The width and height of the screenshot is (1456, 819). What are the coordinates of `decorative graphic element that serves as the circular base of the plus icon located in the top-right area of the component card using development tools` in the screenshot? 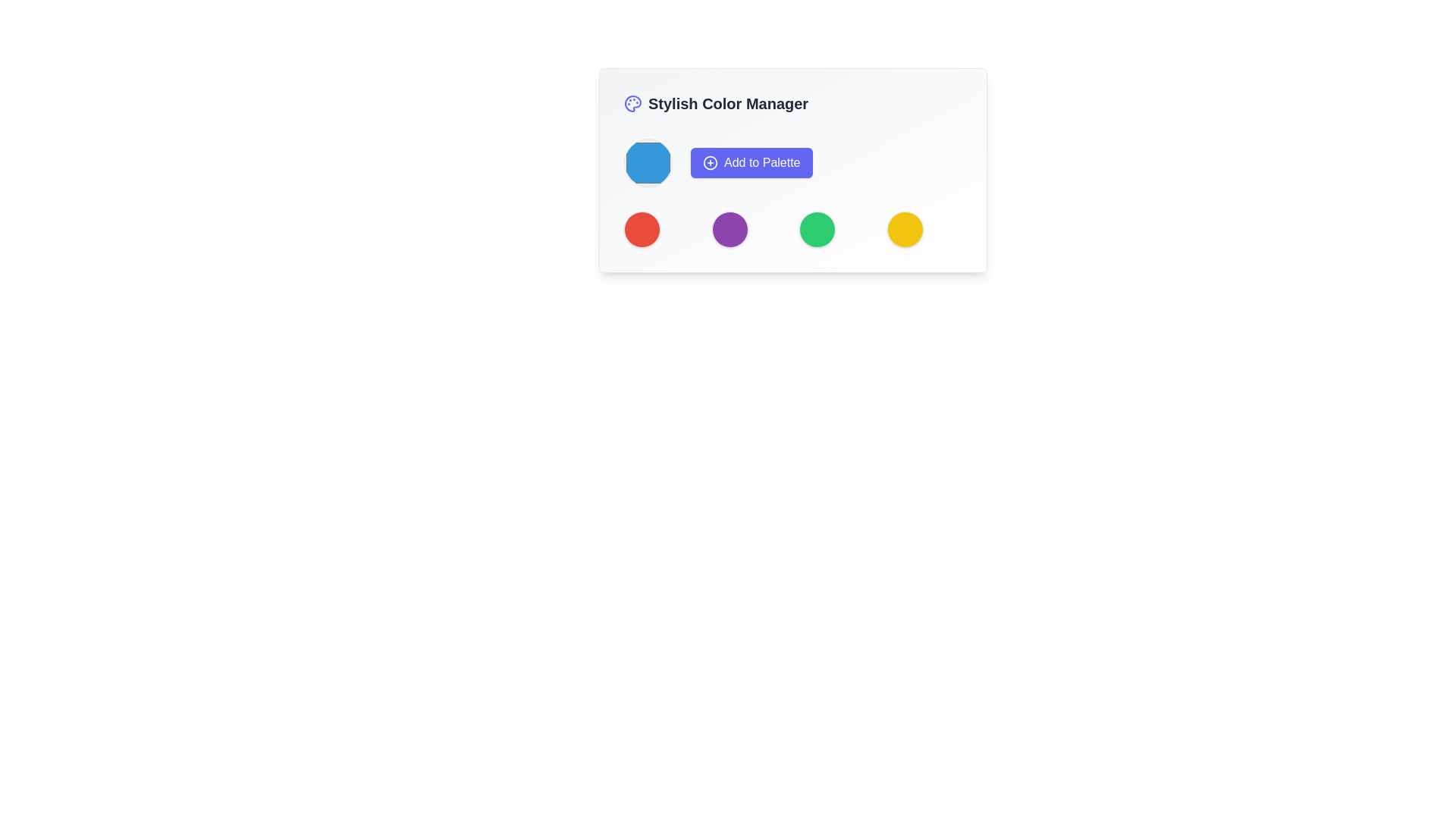 It's located at (709, 163).